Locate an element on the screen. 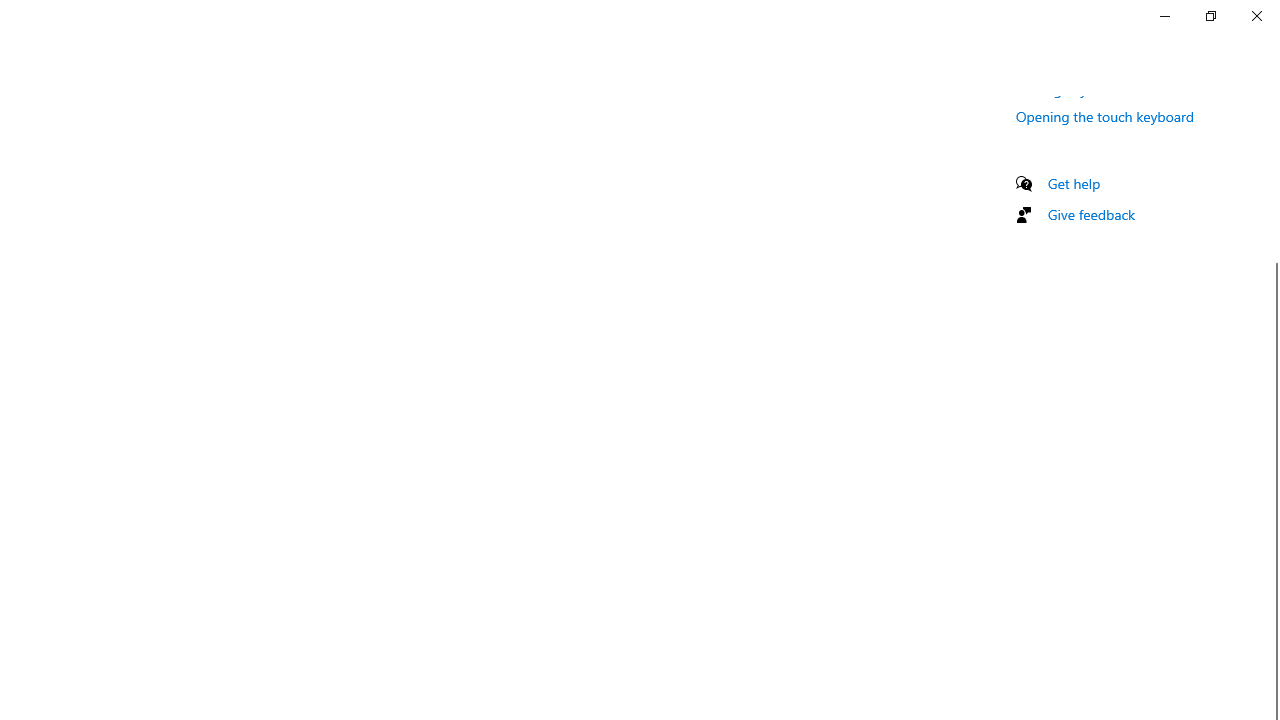  'Close Settings' is located at coordinates (1255, 15).